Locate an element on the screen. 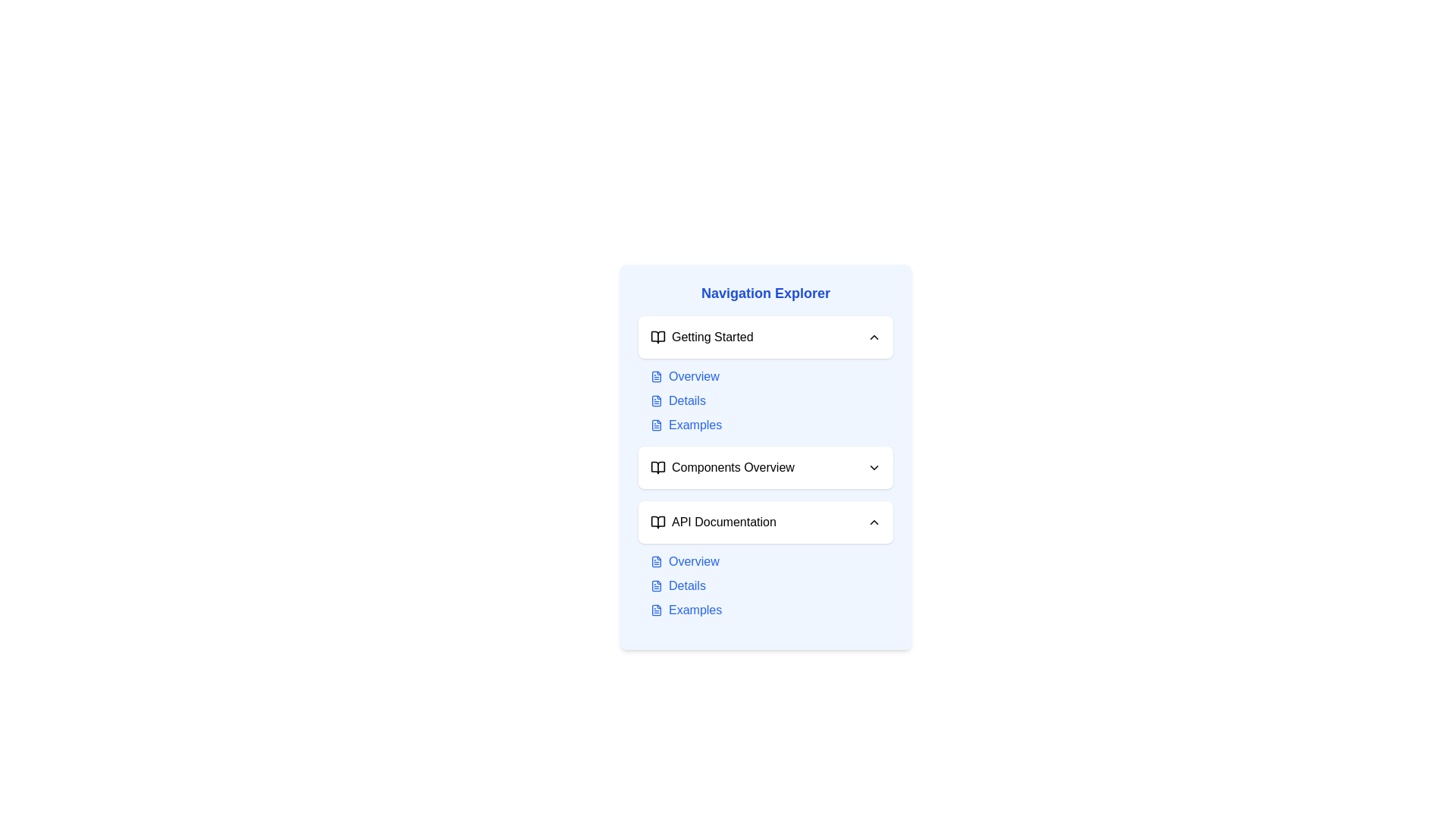  the 'API Documentation' icon located in the navigation menu, which visually represents the documentation section for users is located at coordinates (658, 522).